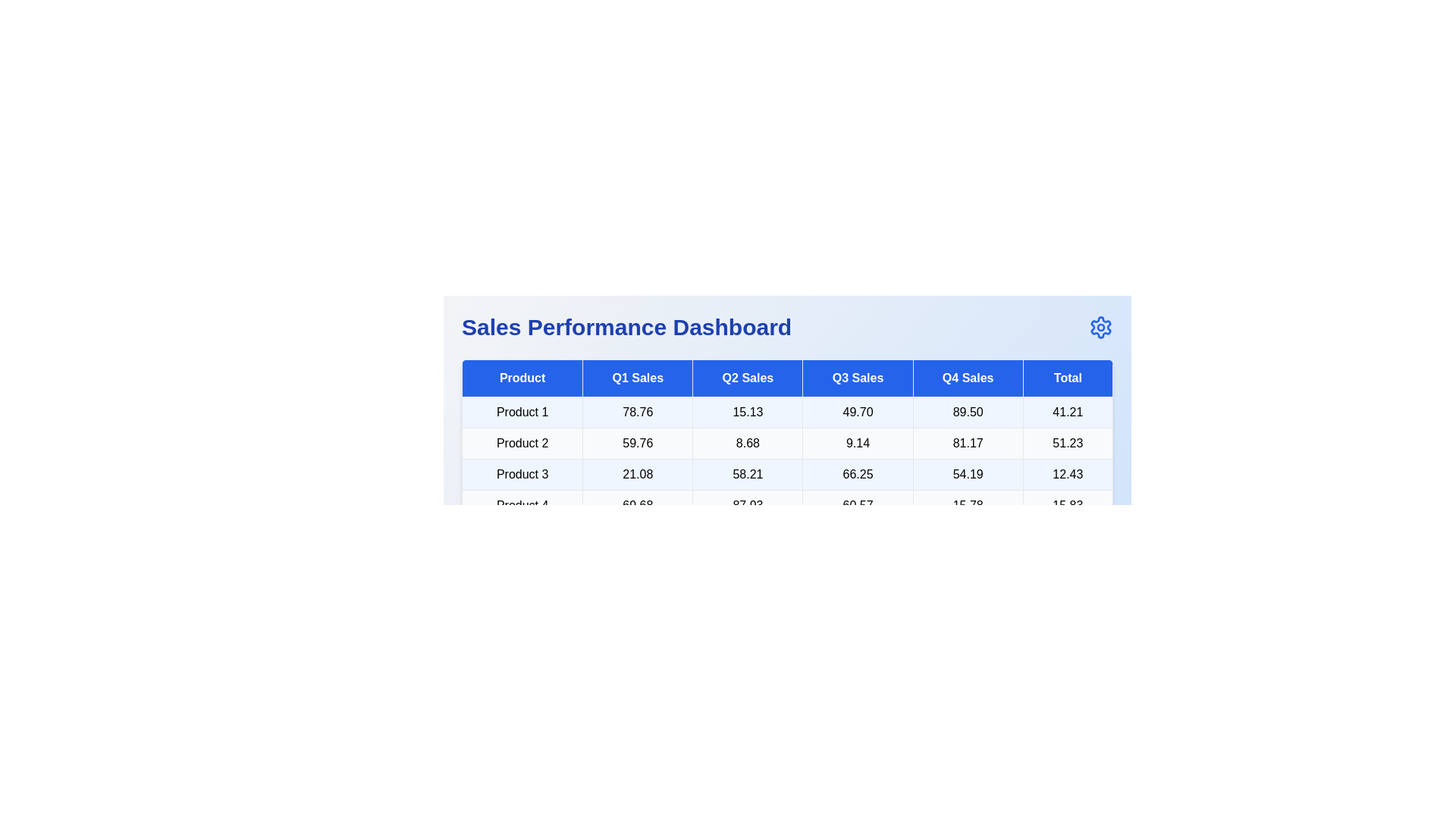 This screenshot has width=1456, height=819. I want to click on the header Q4 Sales to sort the table by that column, so click(967, 377).